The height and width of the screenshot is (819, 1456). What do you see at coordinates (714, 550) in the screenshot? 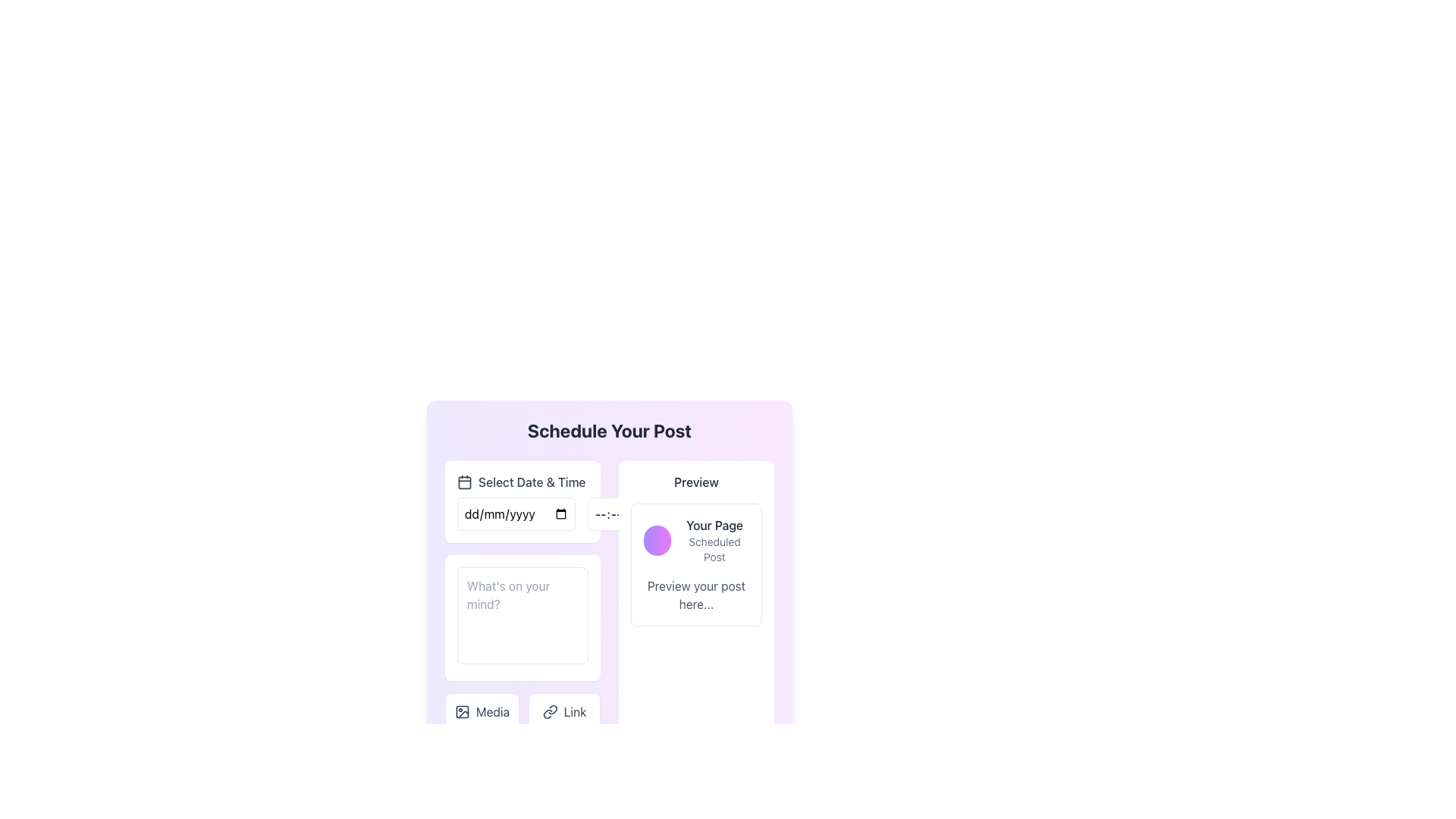
I see `the 'Scheduled Post' text label located in the 'Preview' section on the right side of the interface, beneath the title 'Your Page'` at bounding box center [714, 550].